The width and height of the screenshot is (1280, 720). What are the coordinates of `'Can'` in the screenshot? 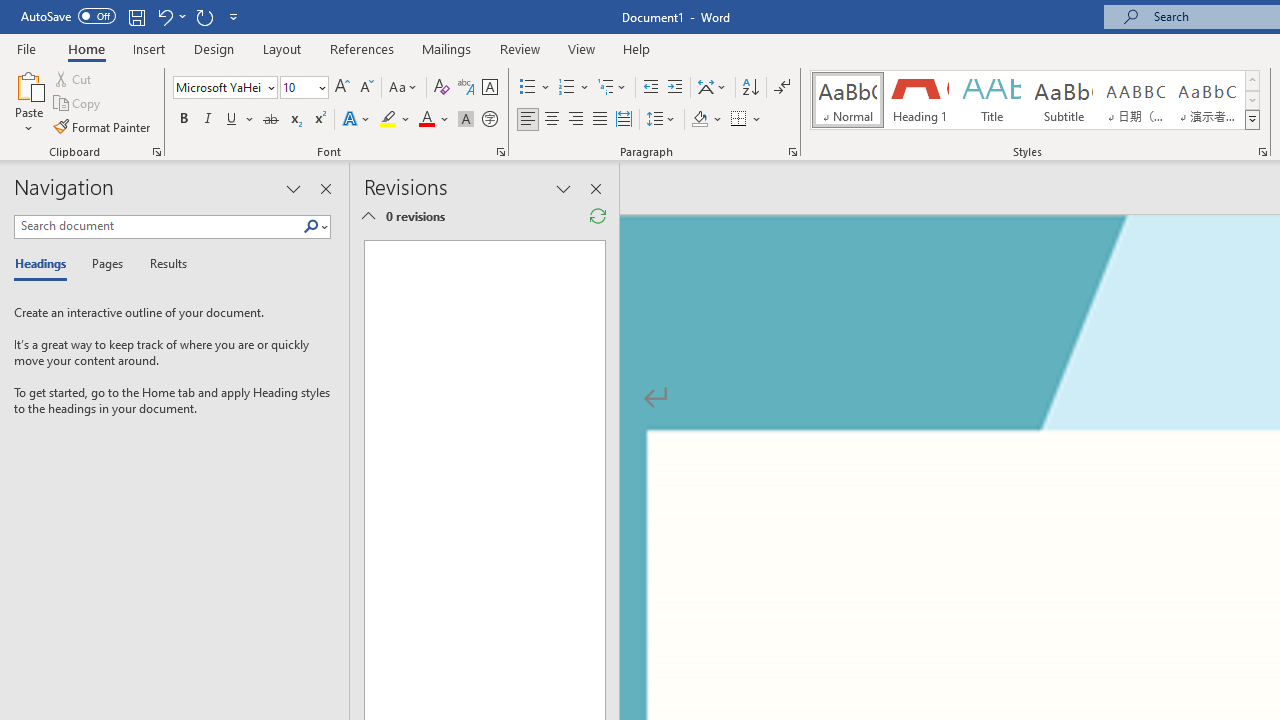 It's located at (204, 16).